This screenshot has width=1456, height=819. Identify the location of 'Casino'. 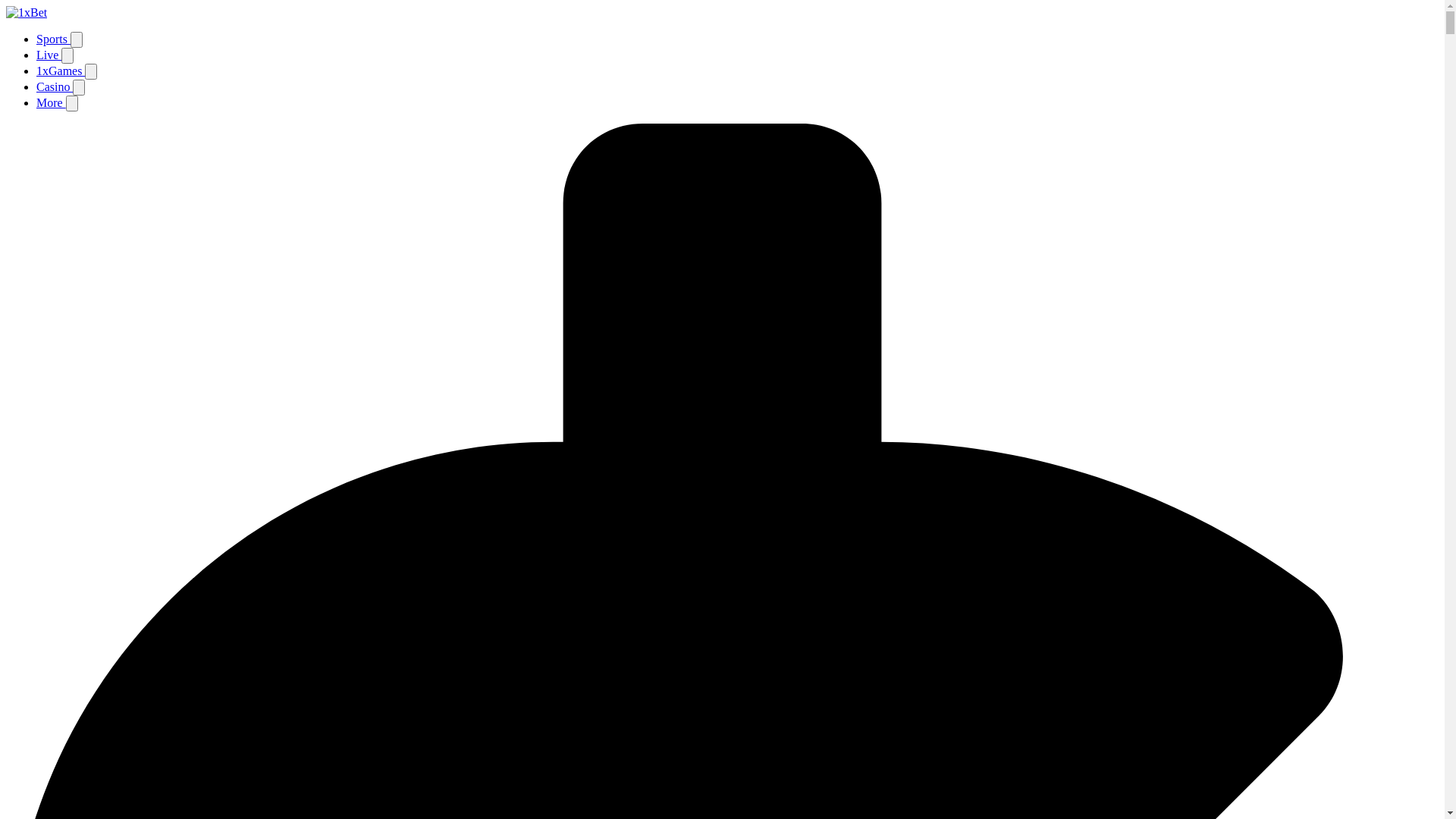
(55, 86).